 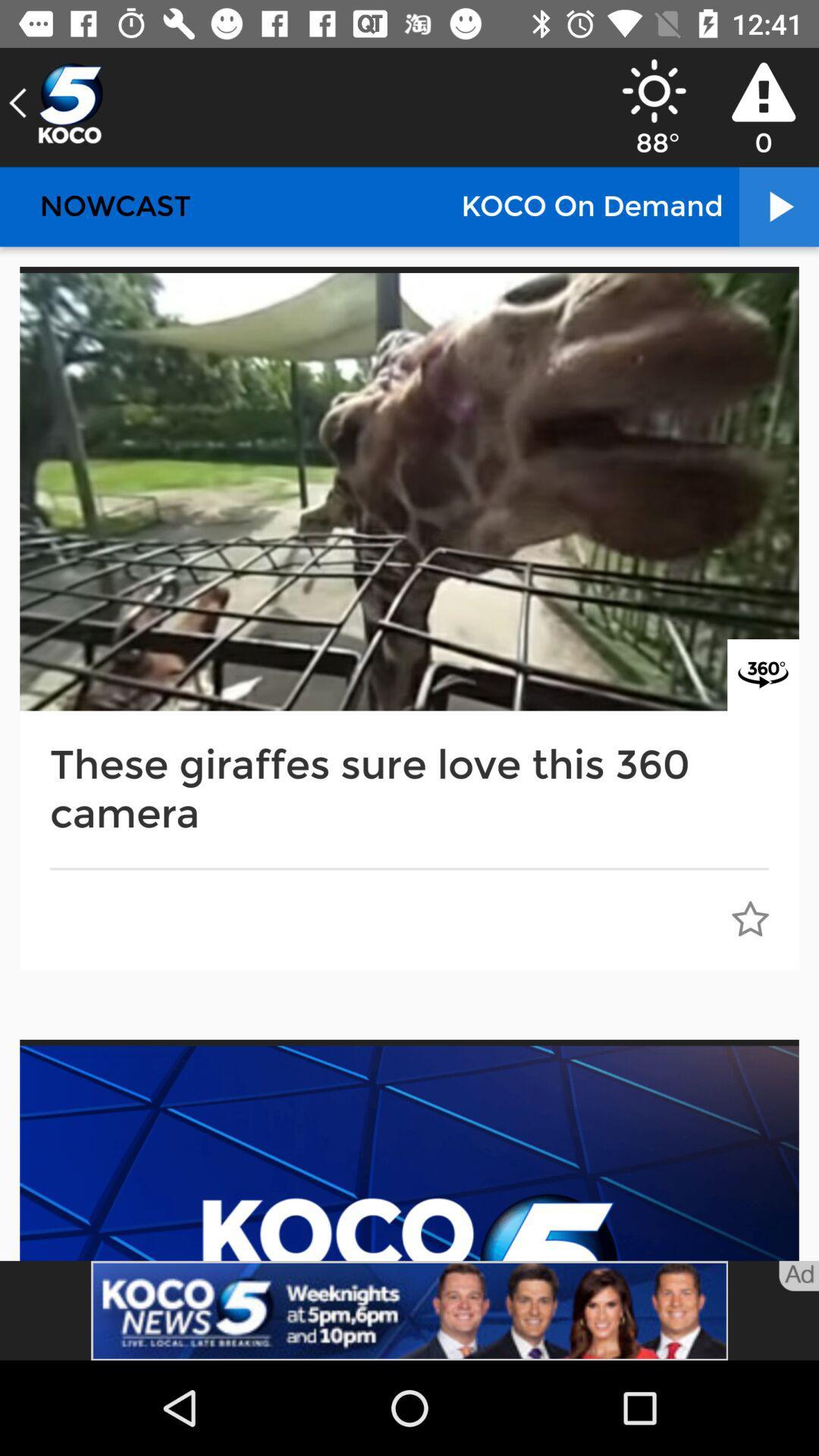 I want to click on the number 360, so click(x=763, y=674).